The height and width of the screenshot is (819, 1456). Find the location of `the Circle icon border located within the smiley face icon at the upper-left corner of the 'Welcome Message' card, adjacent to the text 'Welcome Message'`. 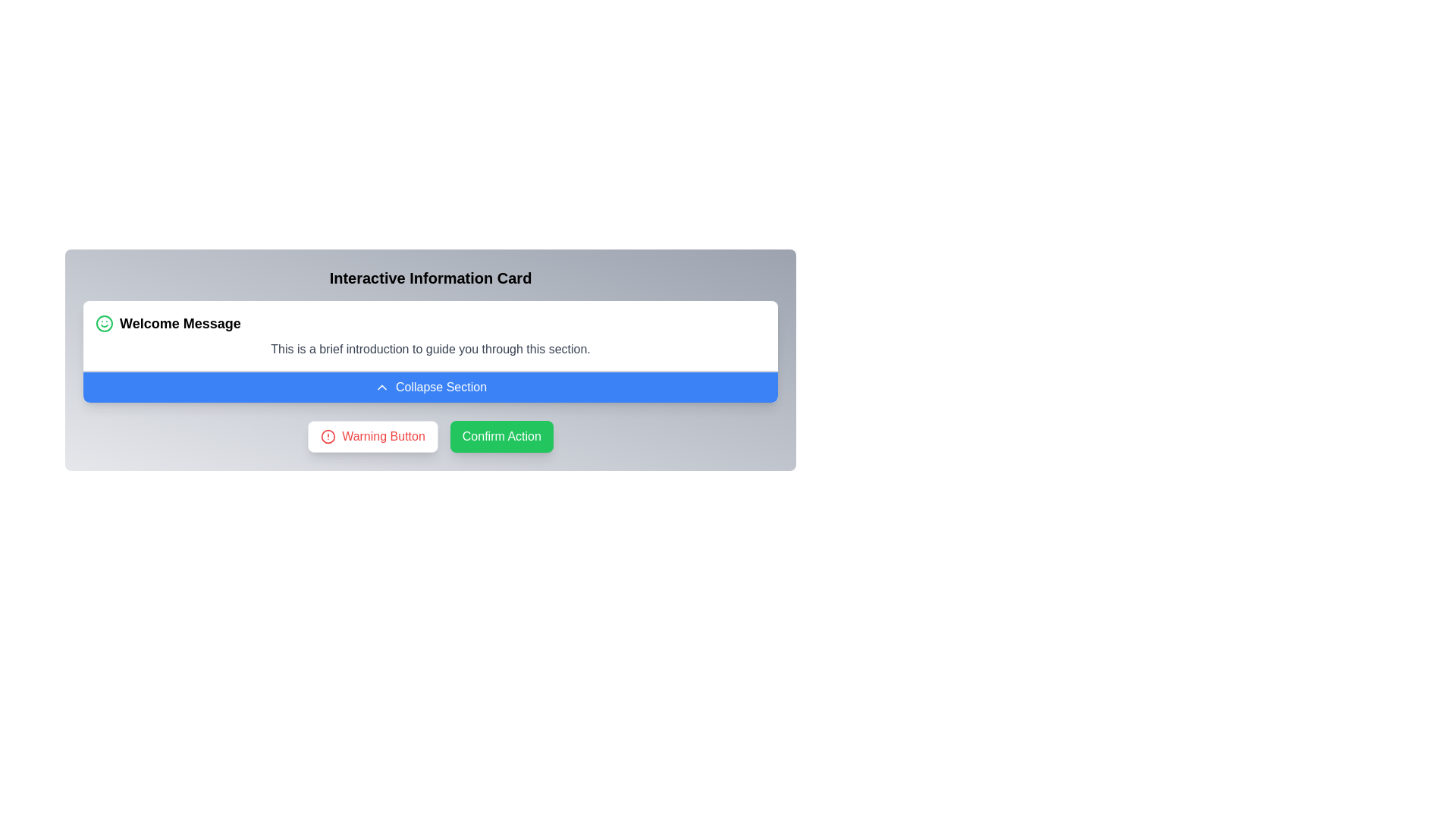

the Circle icon border located within the smiley face icon at the upper-left corner of the 'Welcome Message' card, adjacent to the text 'Welcome Message' is located at coordinates (104, 323).